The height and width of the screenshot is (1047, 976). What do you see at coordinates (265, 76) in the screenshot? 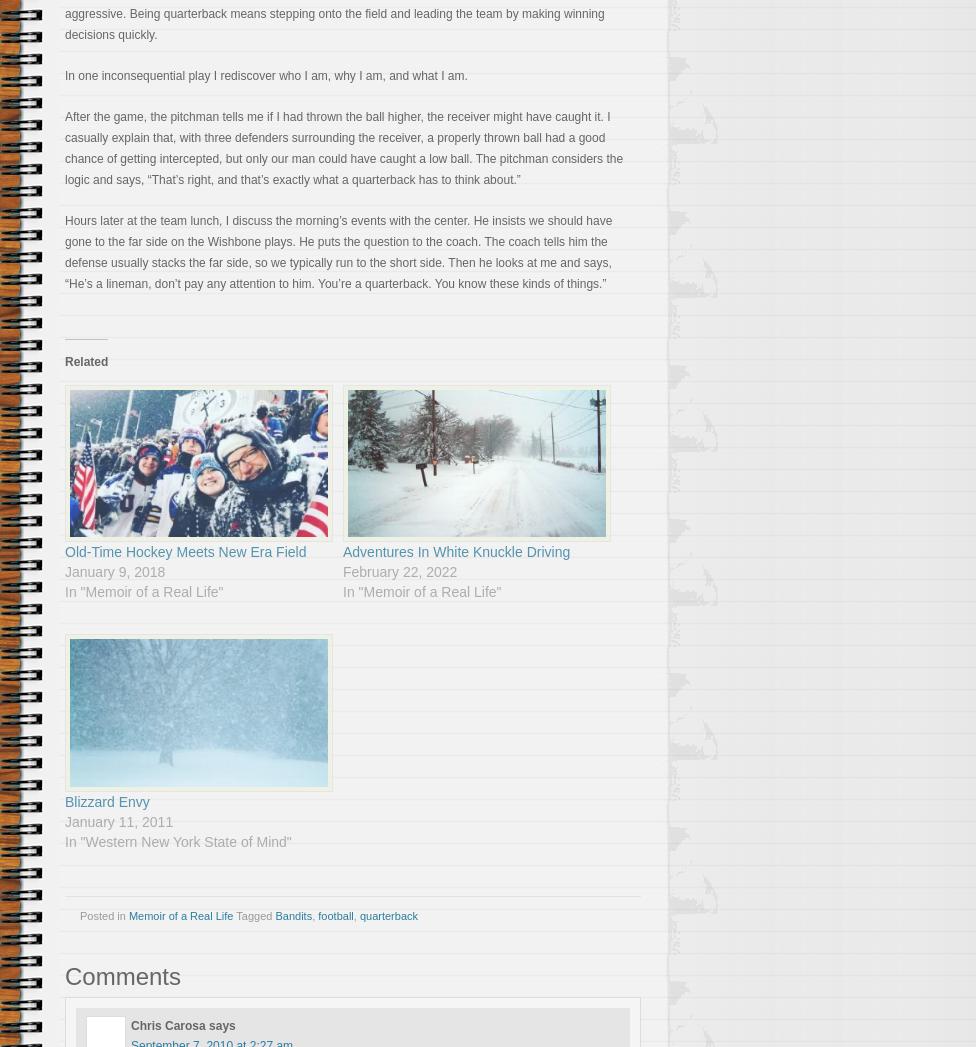
I see `'In one inconsequential play I rediscover who I am, why I am, and what I am.'` at bounding box center [265, 76].